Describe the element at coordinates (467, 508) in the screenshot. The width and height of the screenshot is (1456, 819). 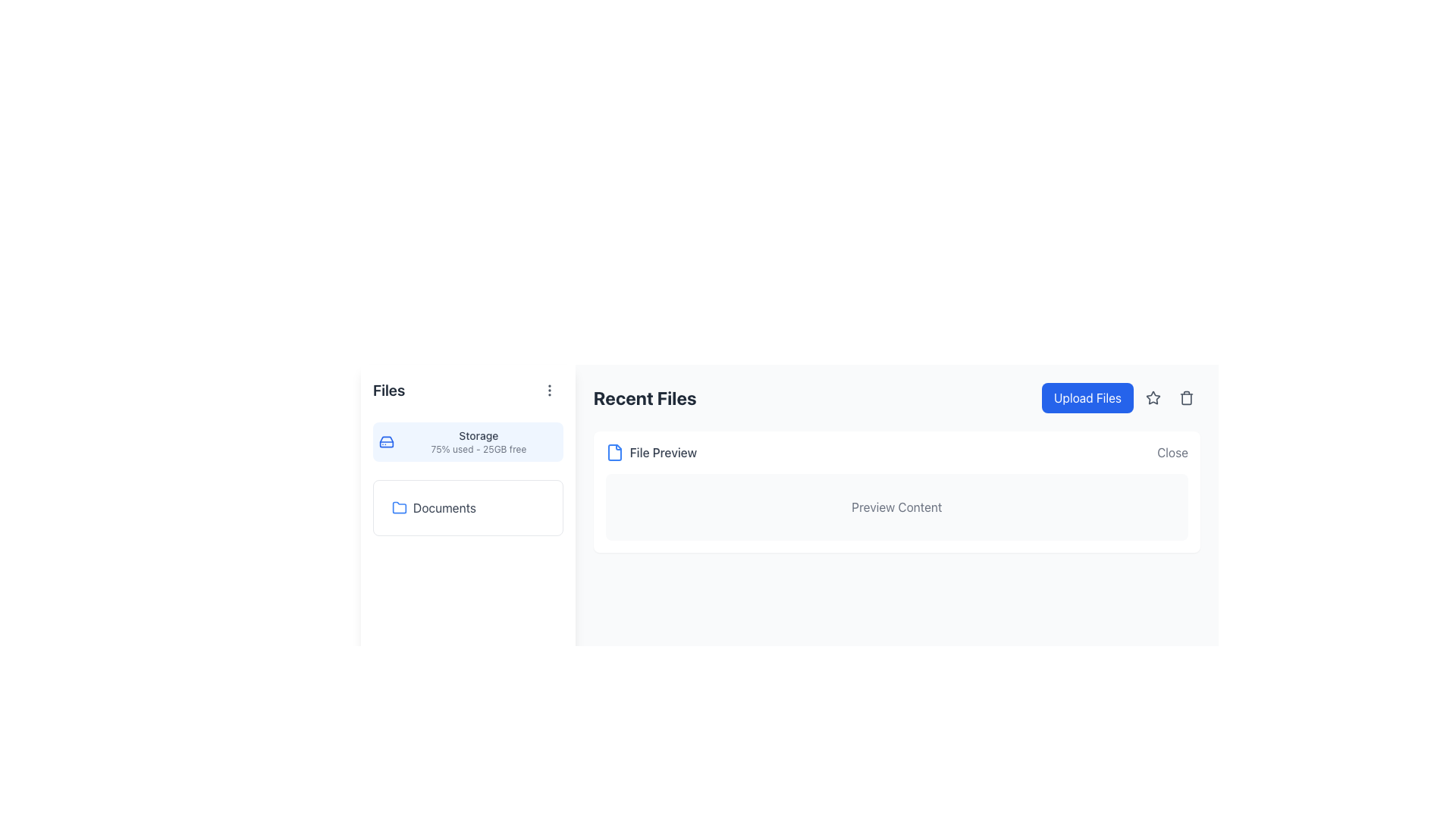
I see `the 'Documents' folder item in the left panel of the interface` at that location.